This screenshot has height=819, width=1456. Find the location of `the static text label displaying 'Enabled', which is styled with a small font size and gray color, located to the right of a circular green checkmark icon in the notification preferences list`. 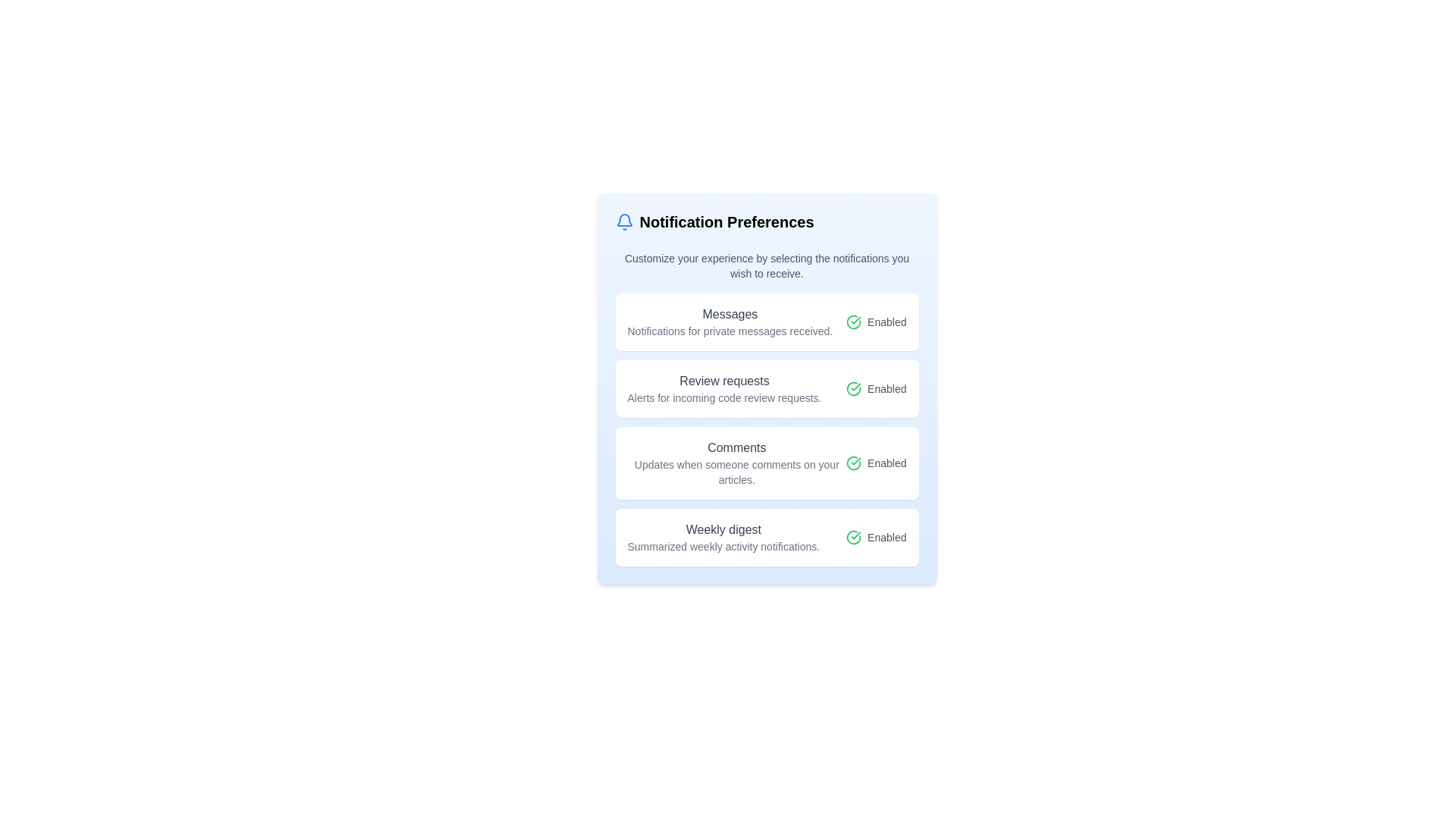

the static text label displaying 'Enabled', which is styled with a small font size and gray color, located to the right of a circular green checkmark icon in the notification preferences list is located at coordinates (886, 321).